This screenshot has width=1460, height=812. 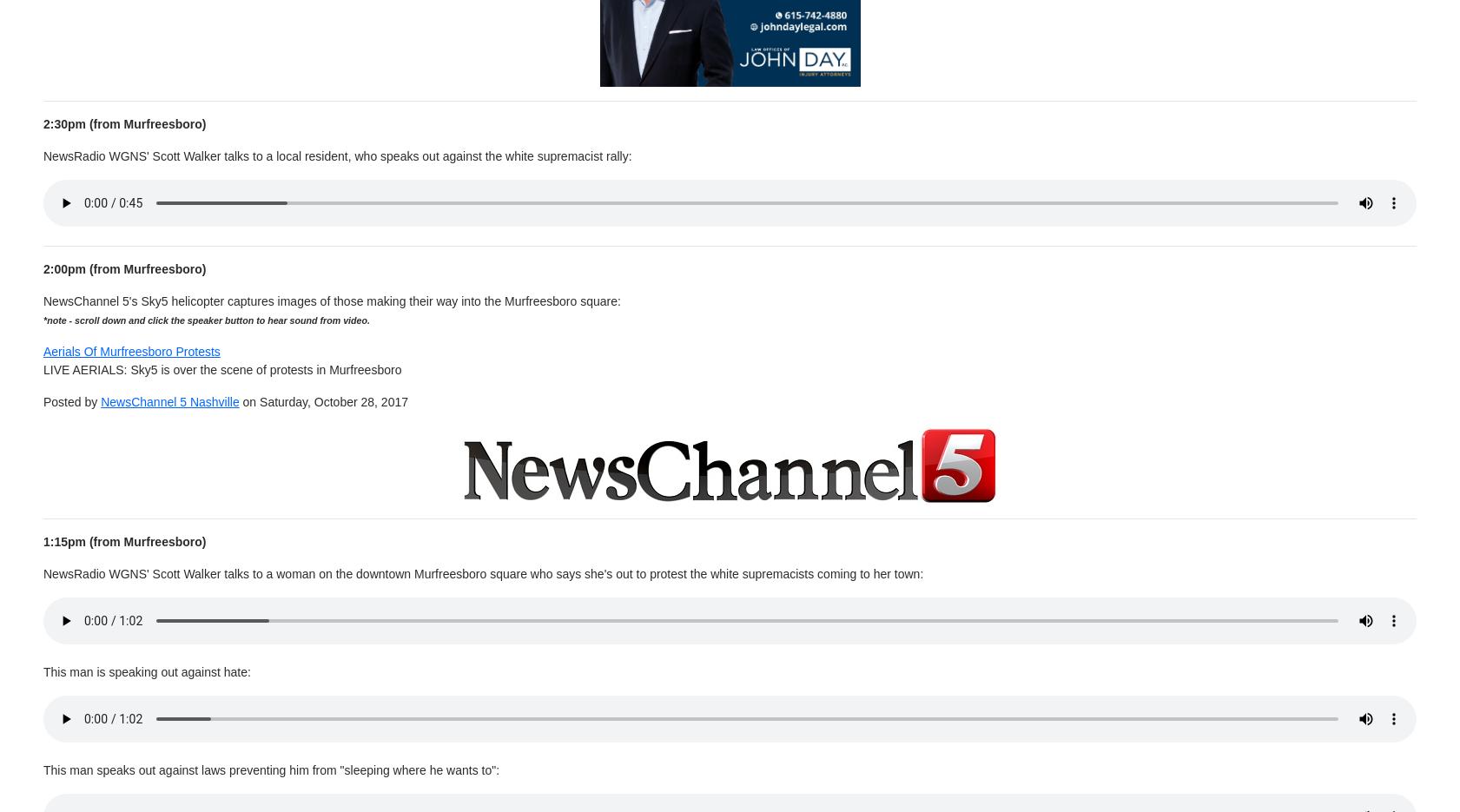 I want to click on 'NewsChannel 5's Sky5 helicopter captures images of those making their way into the Murfreesboro square:', so click(x=330, y=300).